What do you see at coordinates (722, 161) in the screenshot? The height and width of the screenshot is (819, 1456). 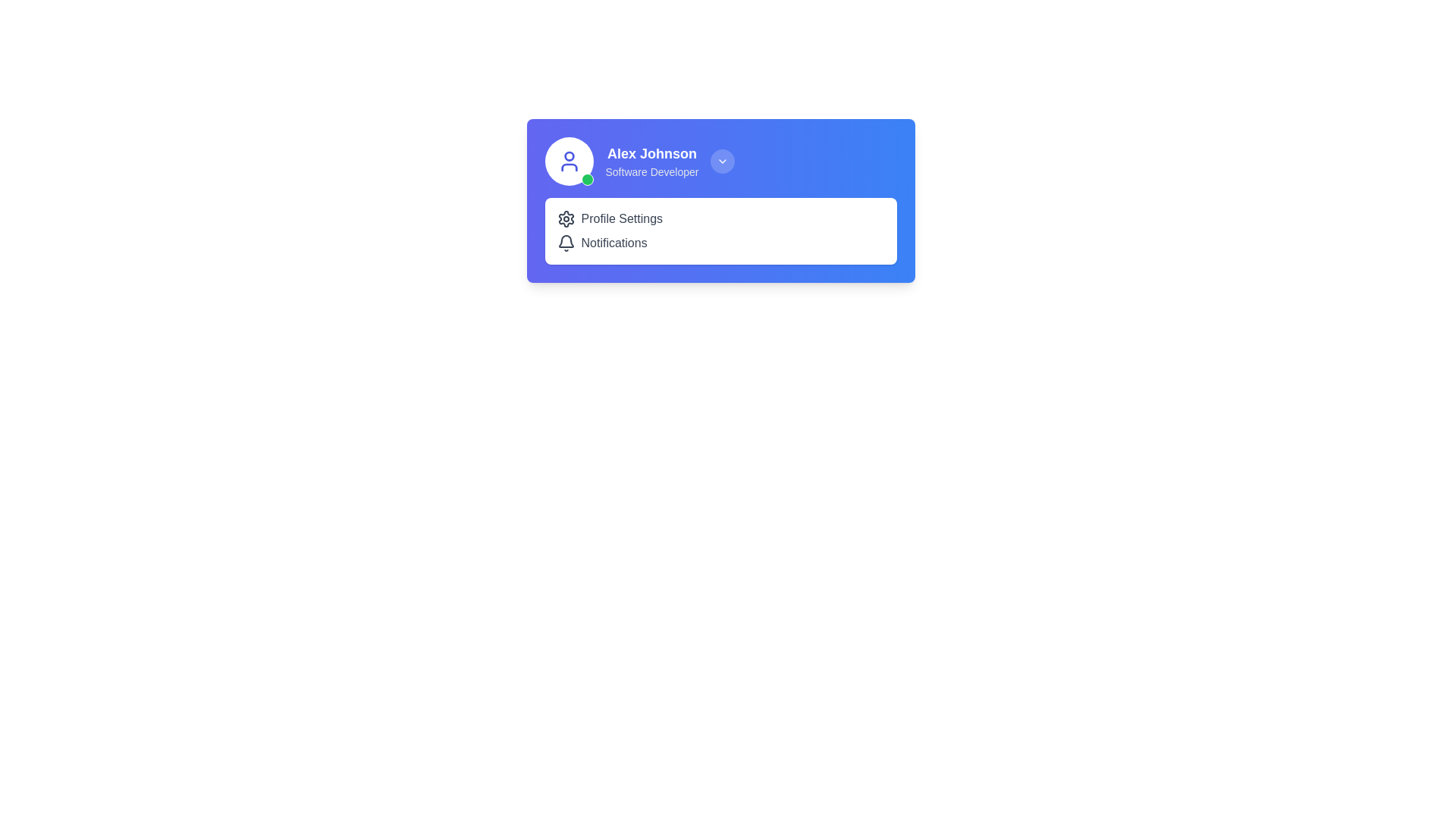 I see `the small circular button with a downward-facing chevron icon located at the top-right of the profile text 'Alex Johnson Software Developer'` at bounding box center [722, 161].